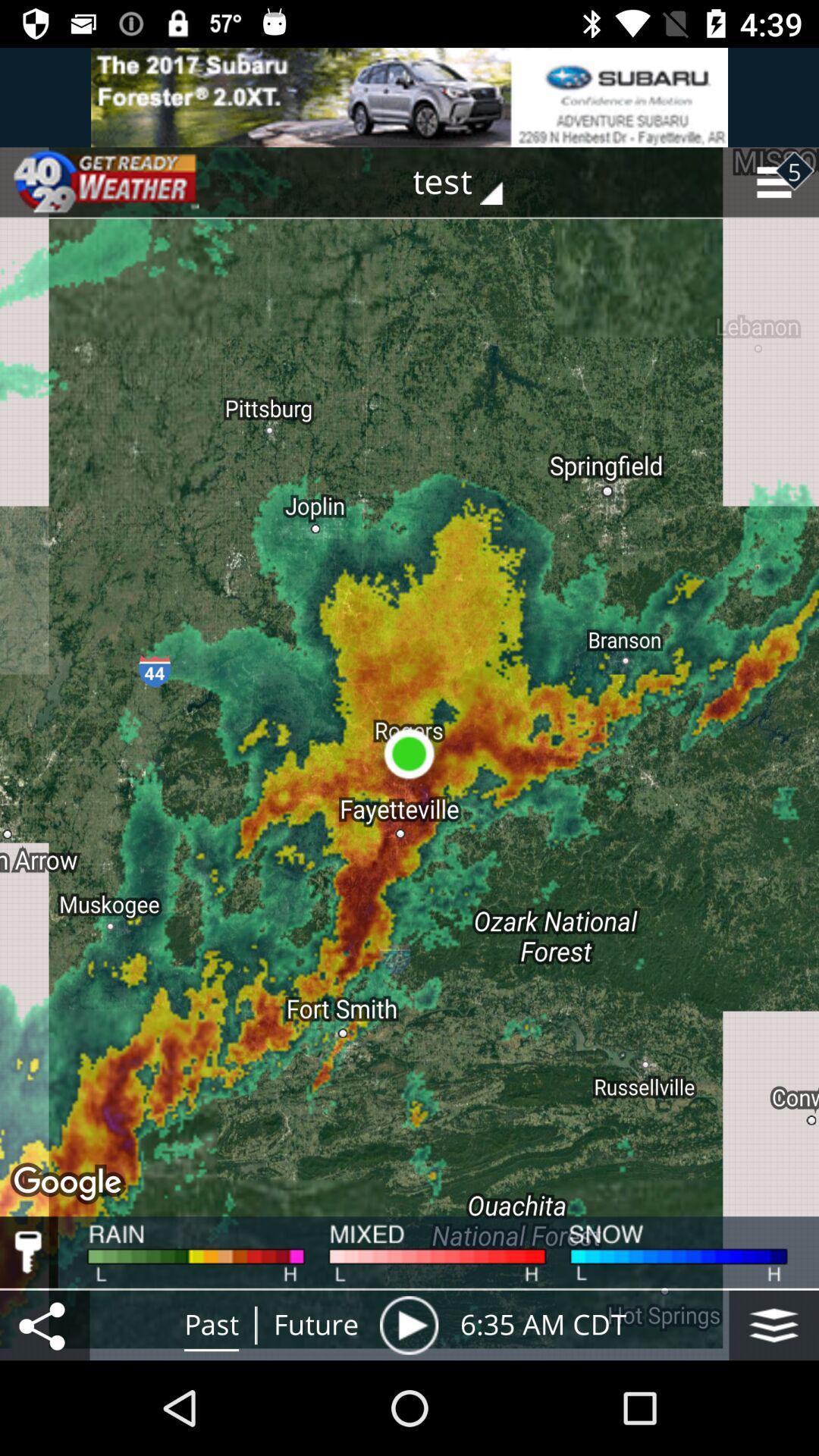  What do you see at coordinates (408, 1324) in the screenshot?
I see `see future maps` at bounding box center [408, 1324].